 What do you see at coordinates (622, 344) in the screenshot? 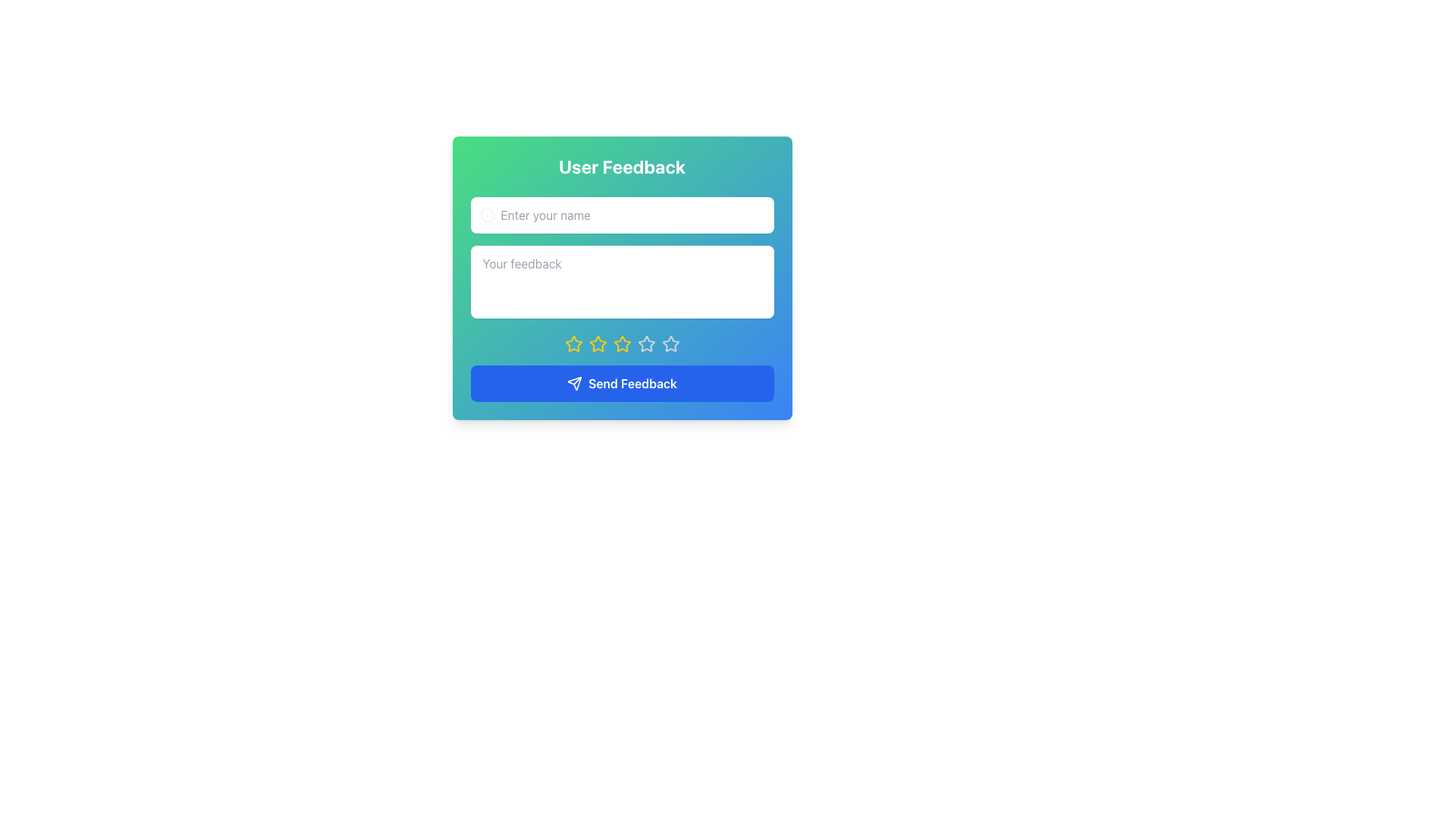
I see `the fourth star icon in the rating component` at bounding box center [622, 344].